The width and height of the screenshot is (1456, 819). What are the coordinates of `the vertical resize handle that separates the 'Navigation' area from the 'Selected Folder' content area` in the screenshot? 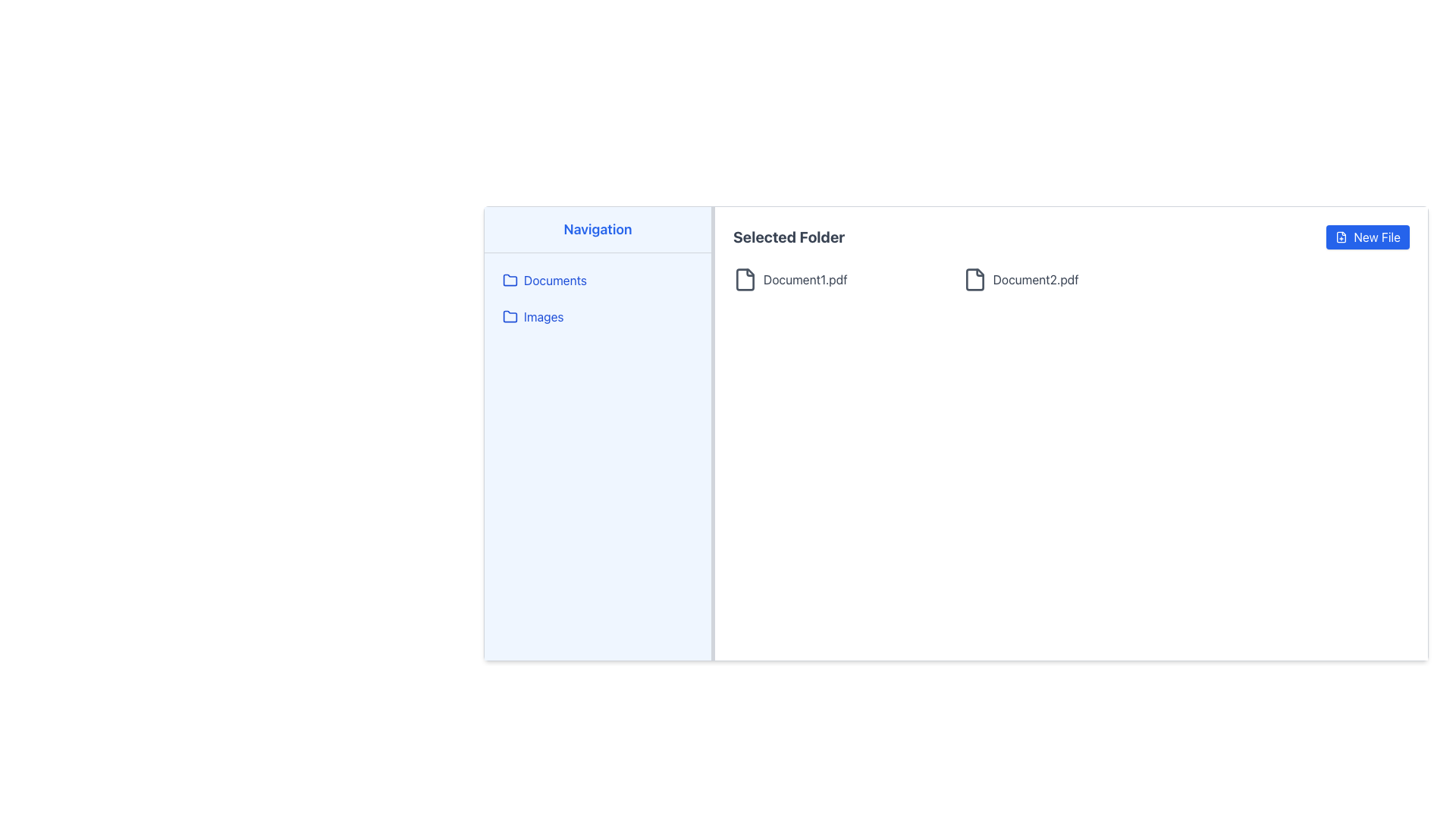 It's located at (712, 433).